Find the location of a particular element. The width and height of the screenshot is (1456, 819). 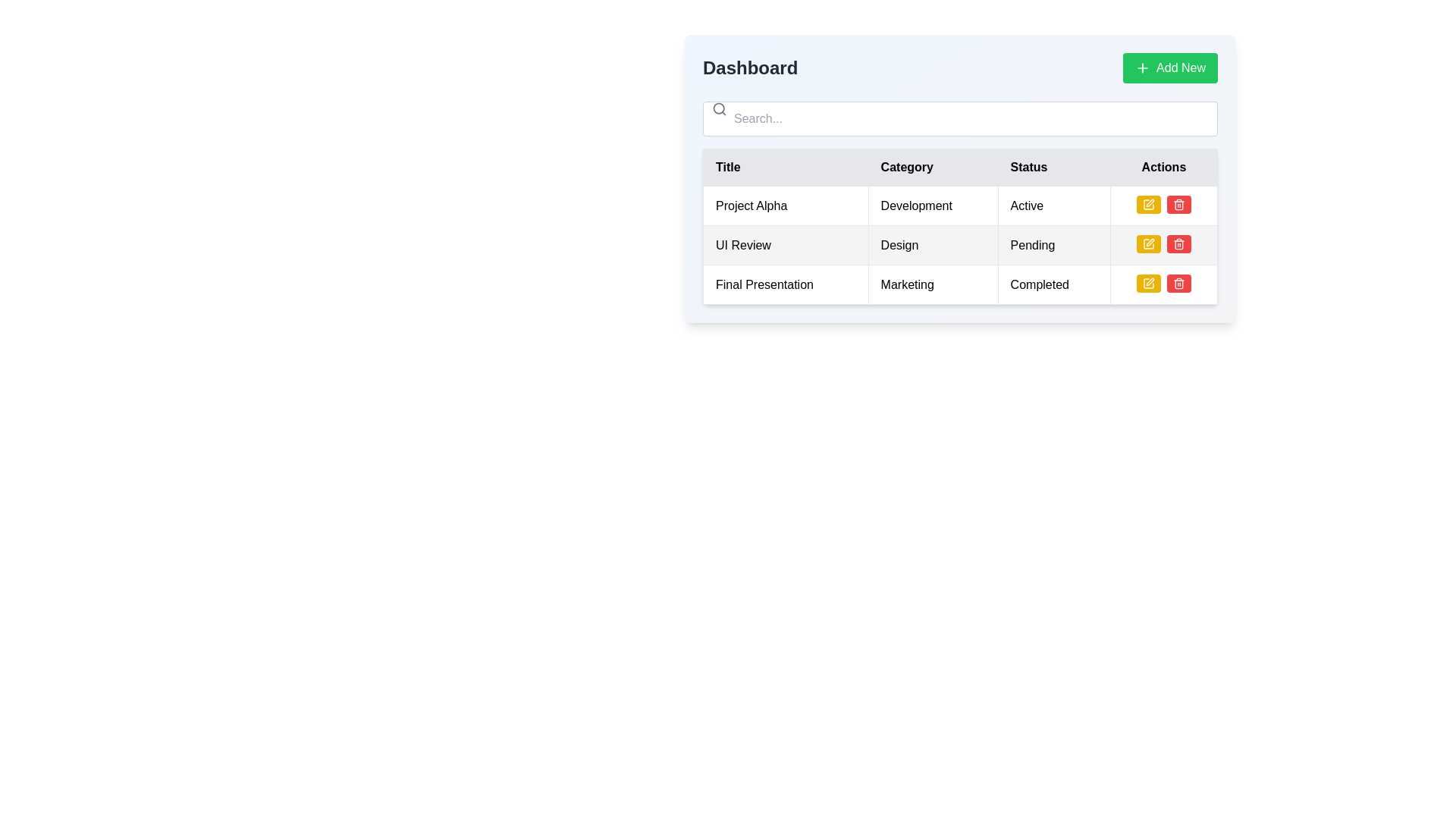

the pen-shaped edit icon located in the Actions column of the table to initiate an edit operation is located at coordinates (1150, 281).